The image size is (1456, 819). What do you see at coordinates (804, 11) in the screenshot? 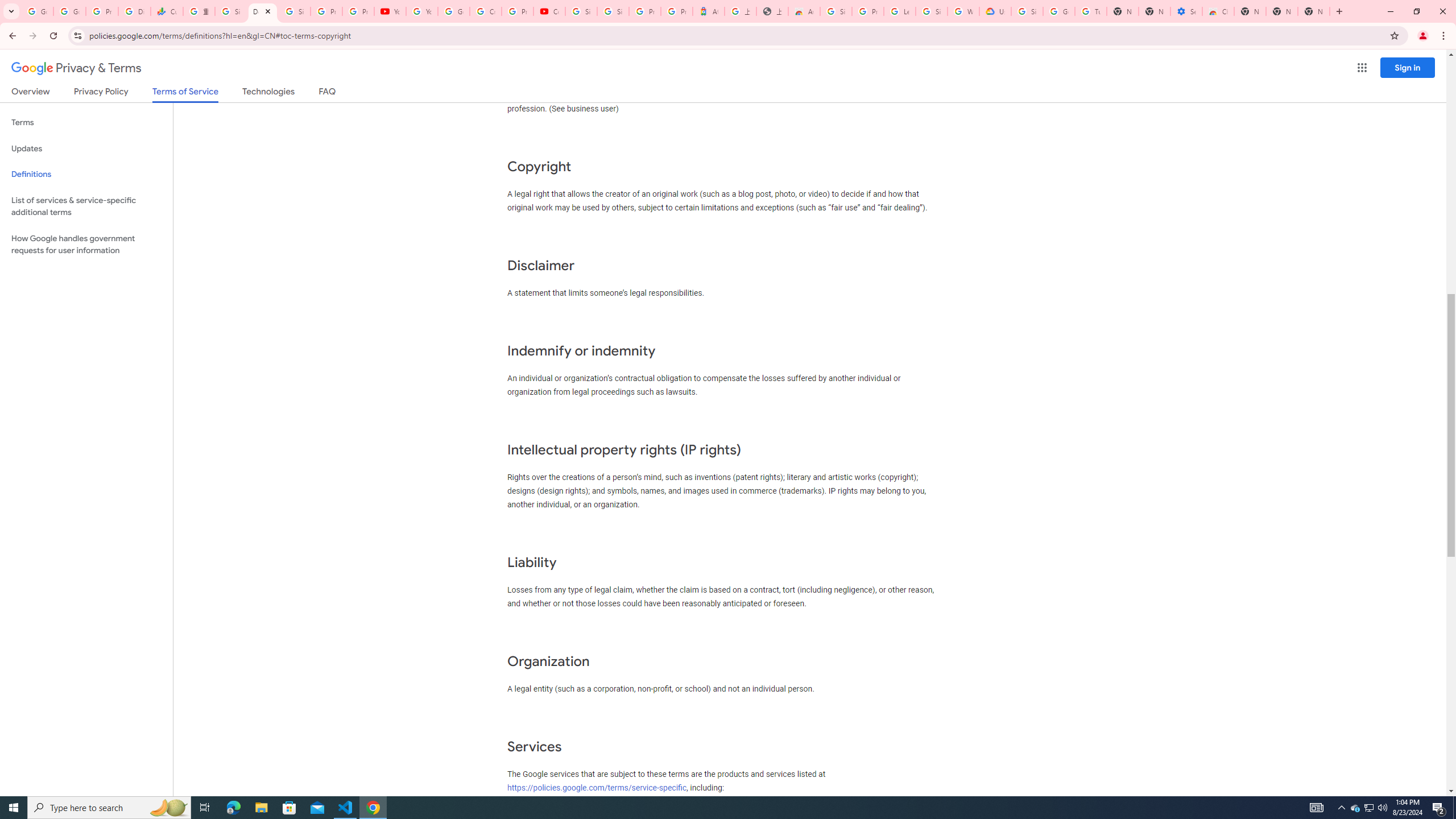
I see `'Awesome Screen Recorder & Screenshot - Chrome Web Store'` at bounding box center [804, 11].